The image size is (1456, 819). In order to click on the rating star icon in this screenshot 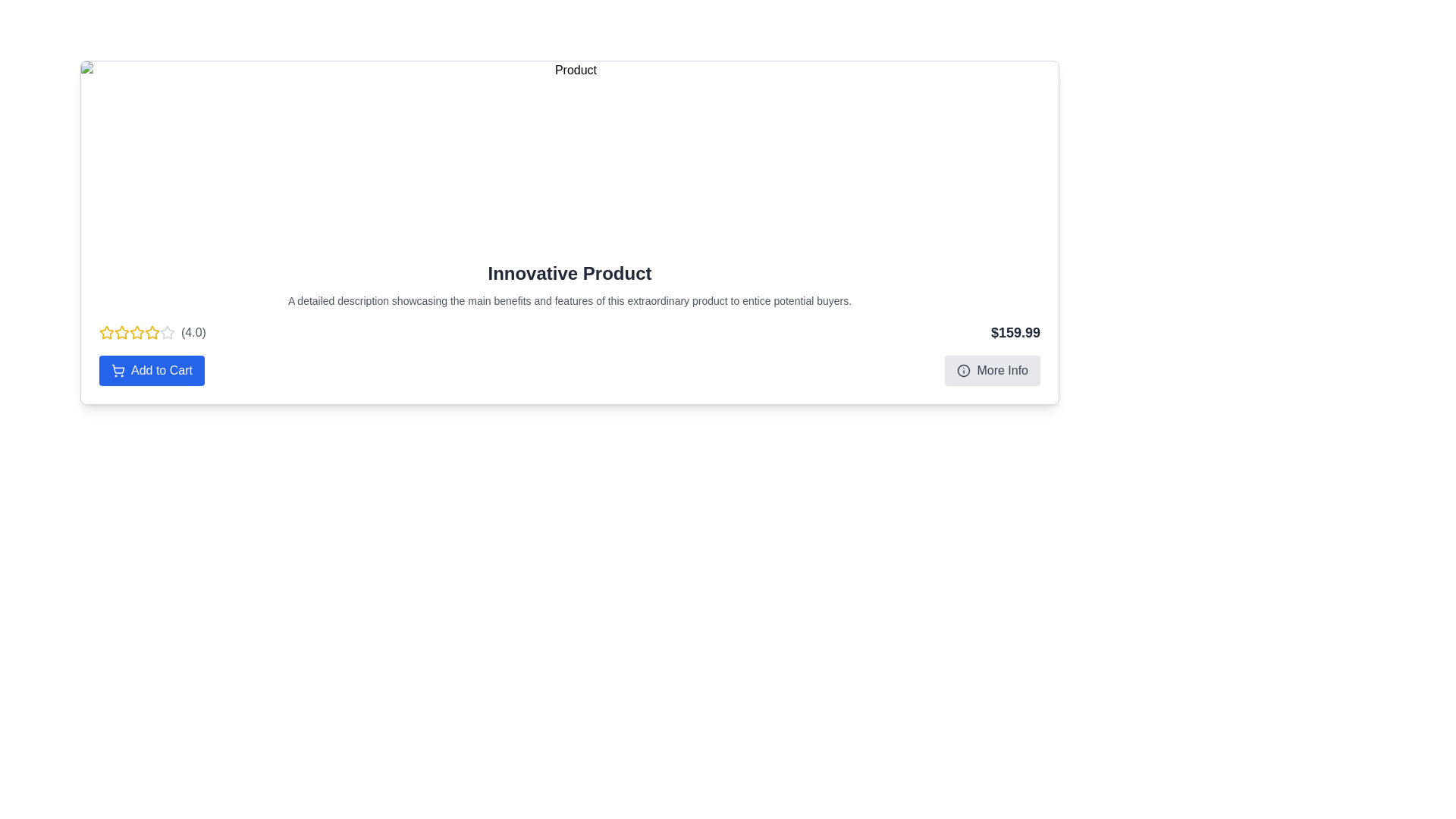, I will do `click(105, 331)`.